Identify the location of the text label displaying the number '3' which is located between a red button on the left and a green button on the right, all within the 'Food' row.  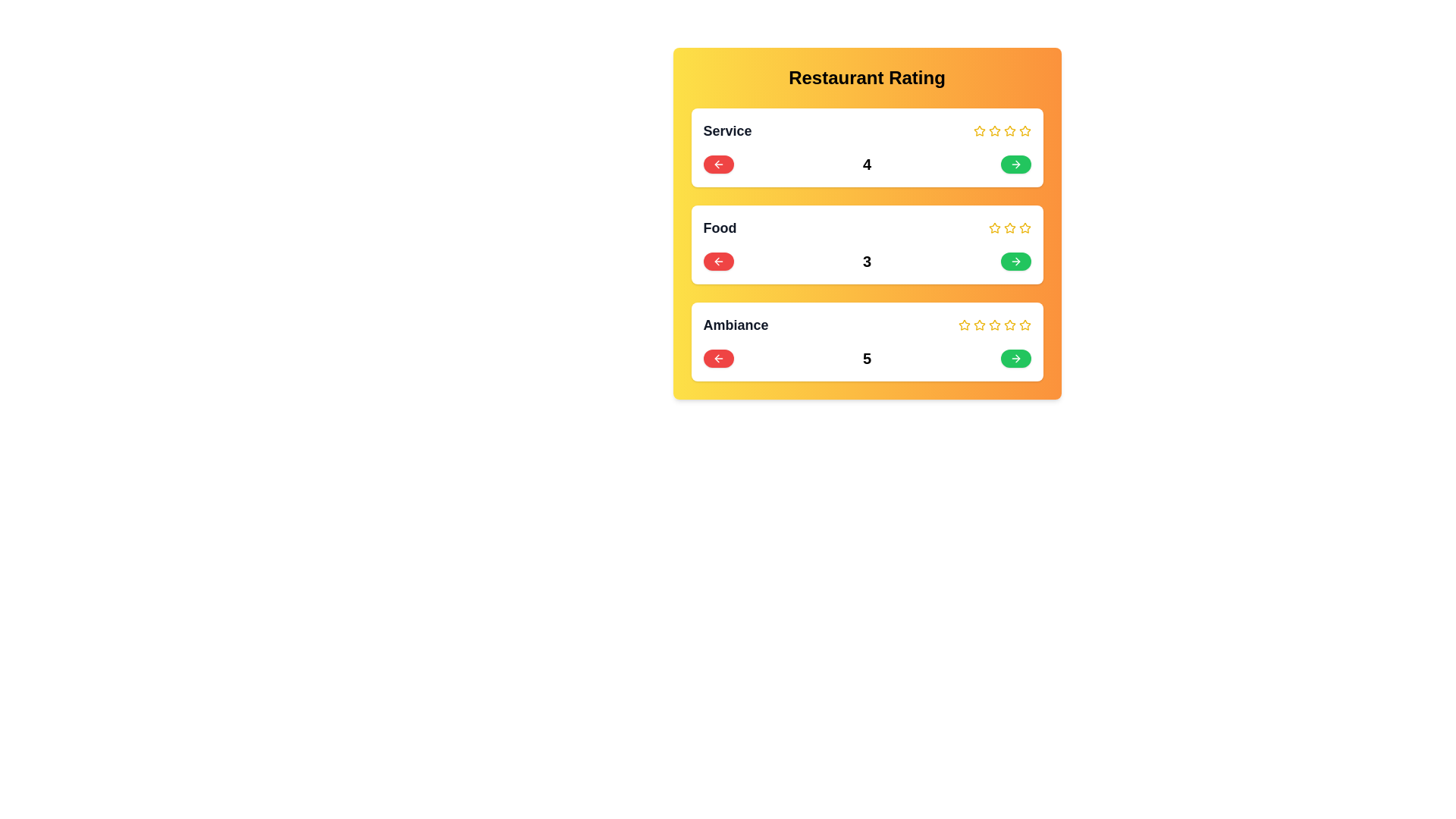
(867, 260).